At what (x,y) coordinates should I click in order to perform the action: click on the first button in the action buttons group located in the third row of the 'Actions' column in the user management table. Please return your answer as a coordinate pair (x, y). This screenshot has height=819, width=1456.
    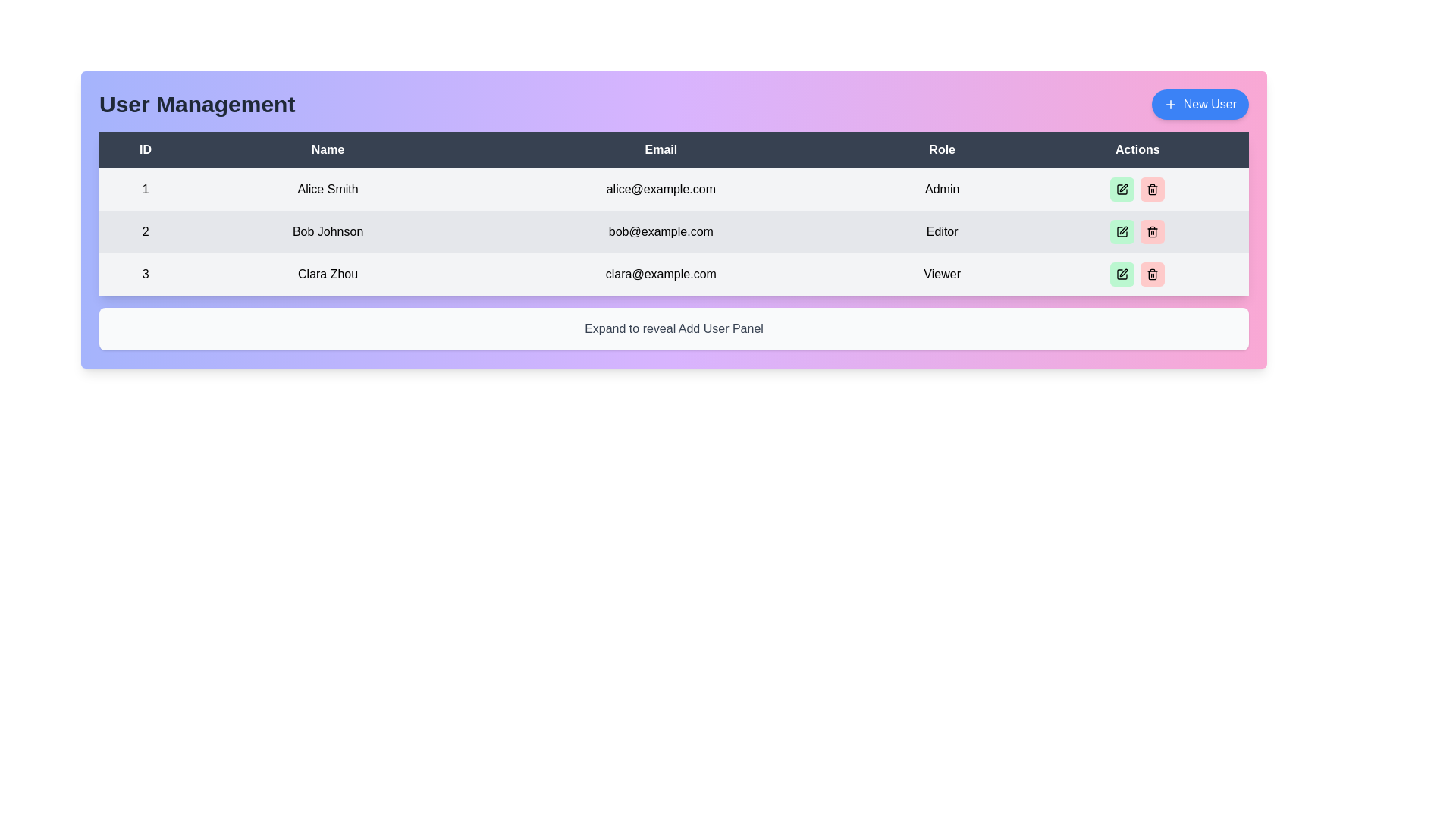
    Looking at the image, I should click on (1122, 275).